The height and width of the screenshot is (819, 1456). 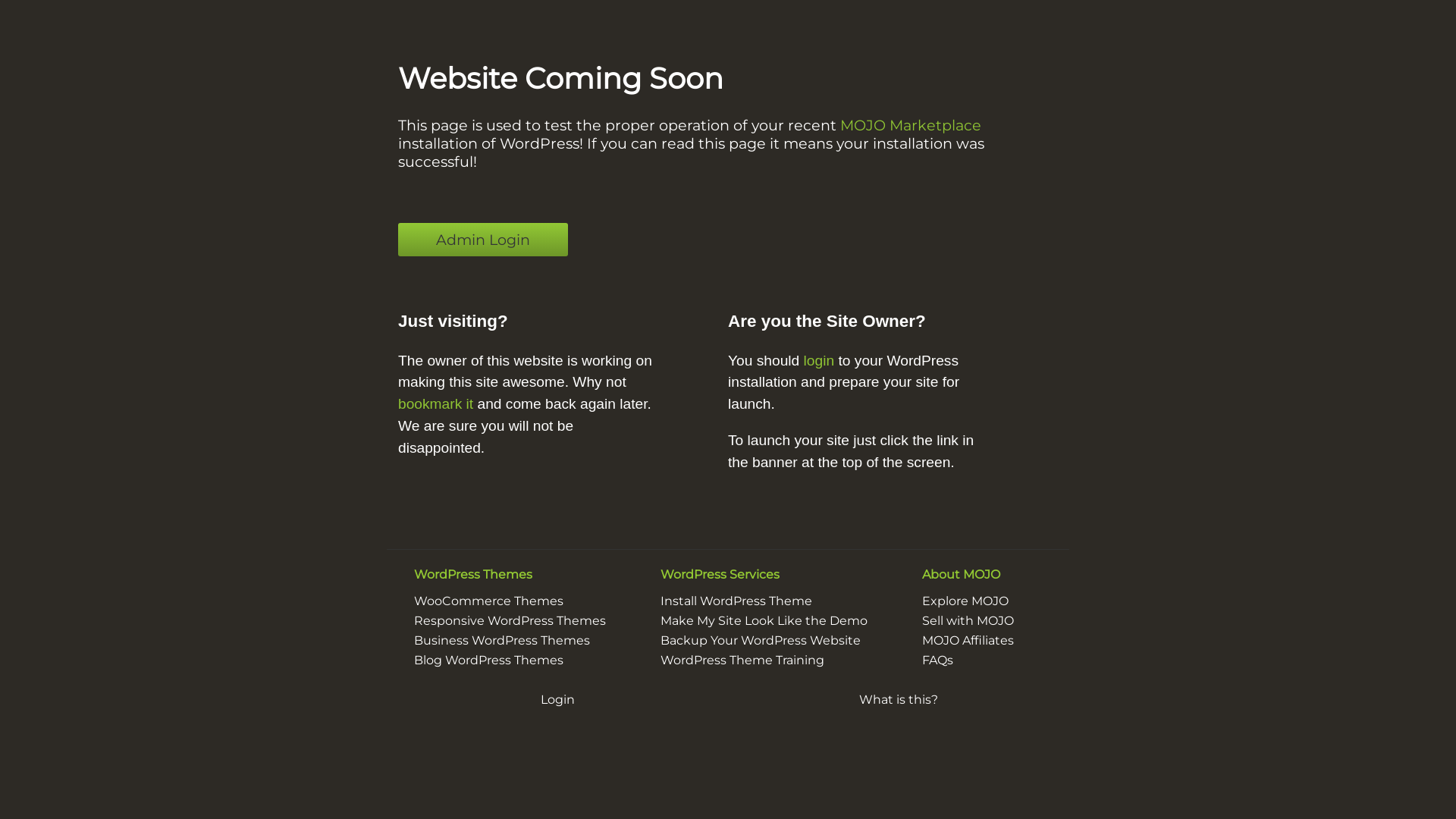 What do you see at coordinates (761, 640) in the screenshot?
I see `'Backup Your WordPress Website'` at bounding box center [761, 640].